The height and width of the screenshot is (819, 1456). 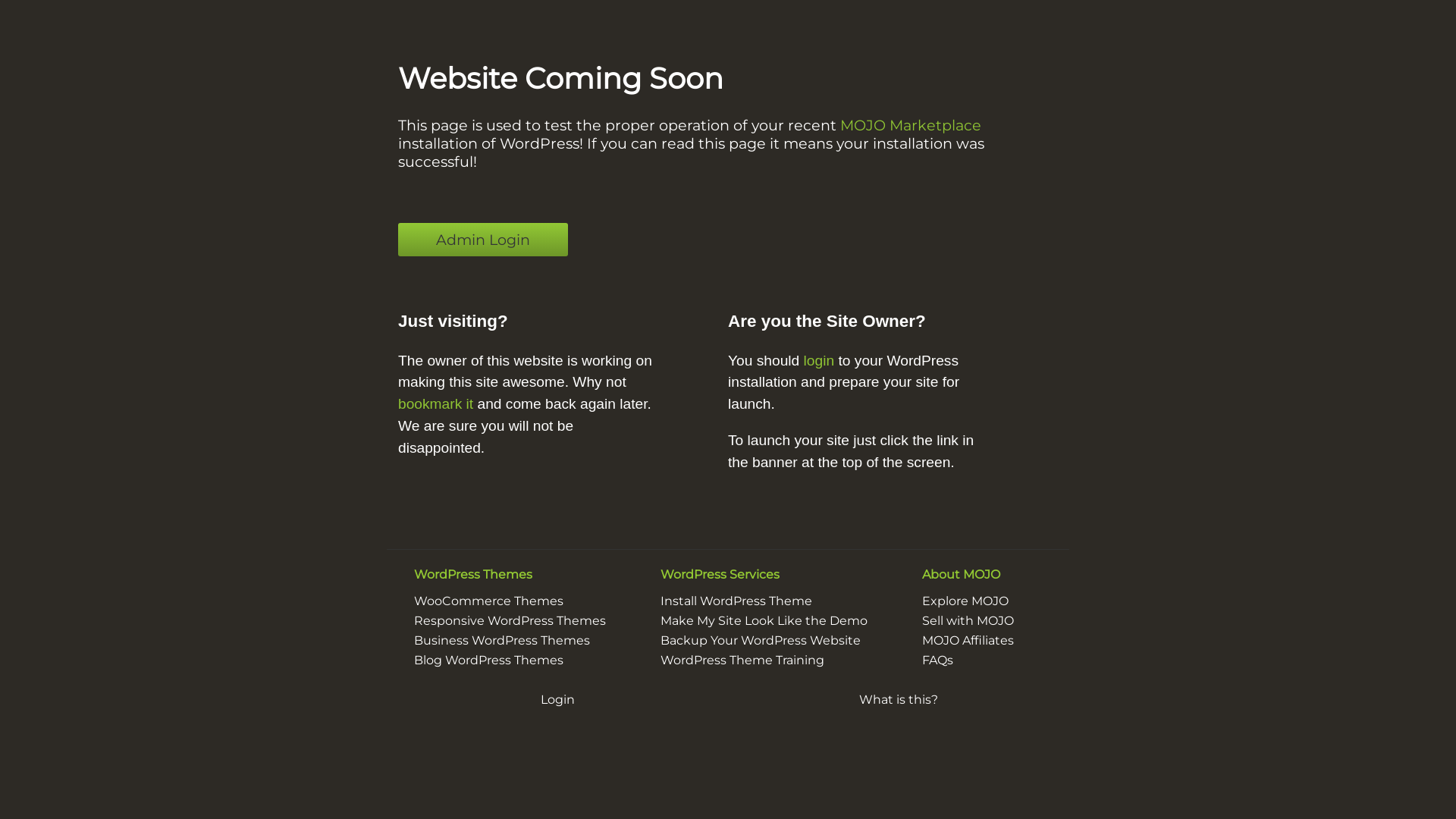 What do you see at coordinates (761, 640) in the screenshot?
I see `'Backup Your WordPress Website'` at bounding box center [761, 640].